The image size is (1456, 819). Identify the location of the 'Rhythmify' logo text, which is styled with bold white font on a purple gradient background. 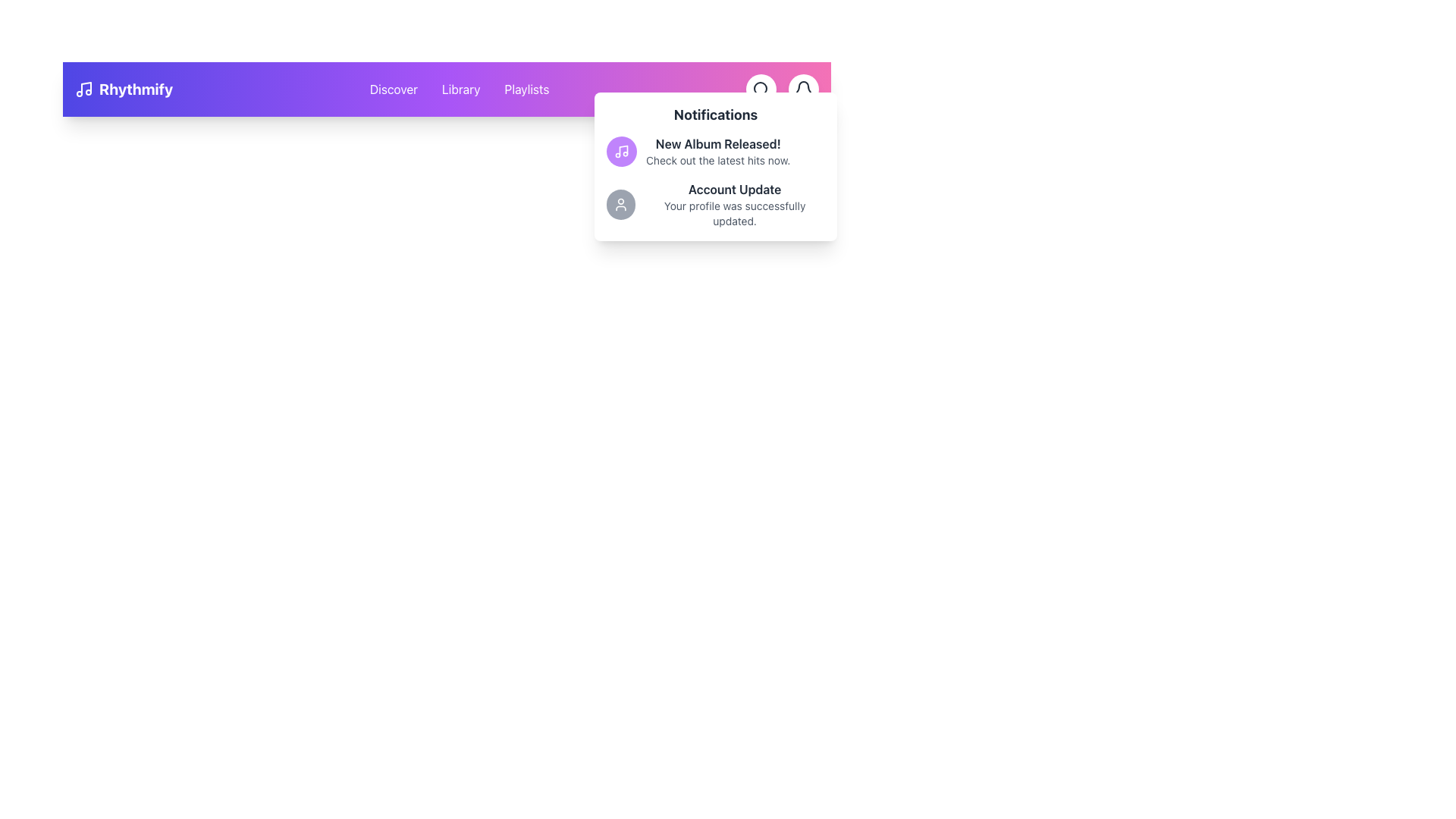
(124, 89).